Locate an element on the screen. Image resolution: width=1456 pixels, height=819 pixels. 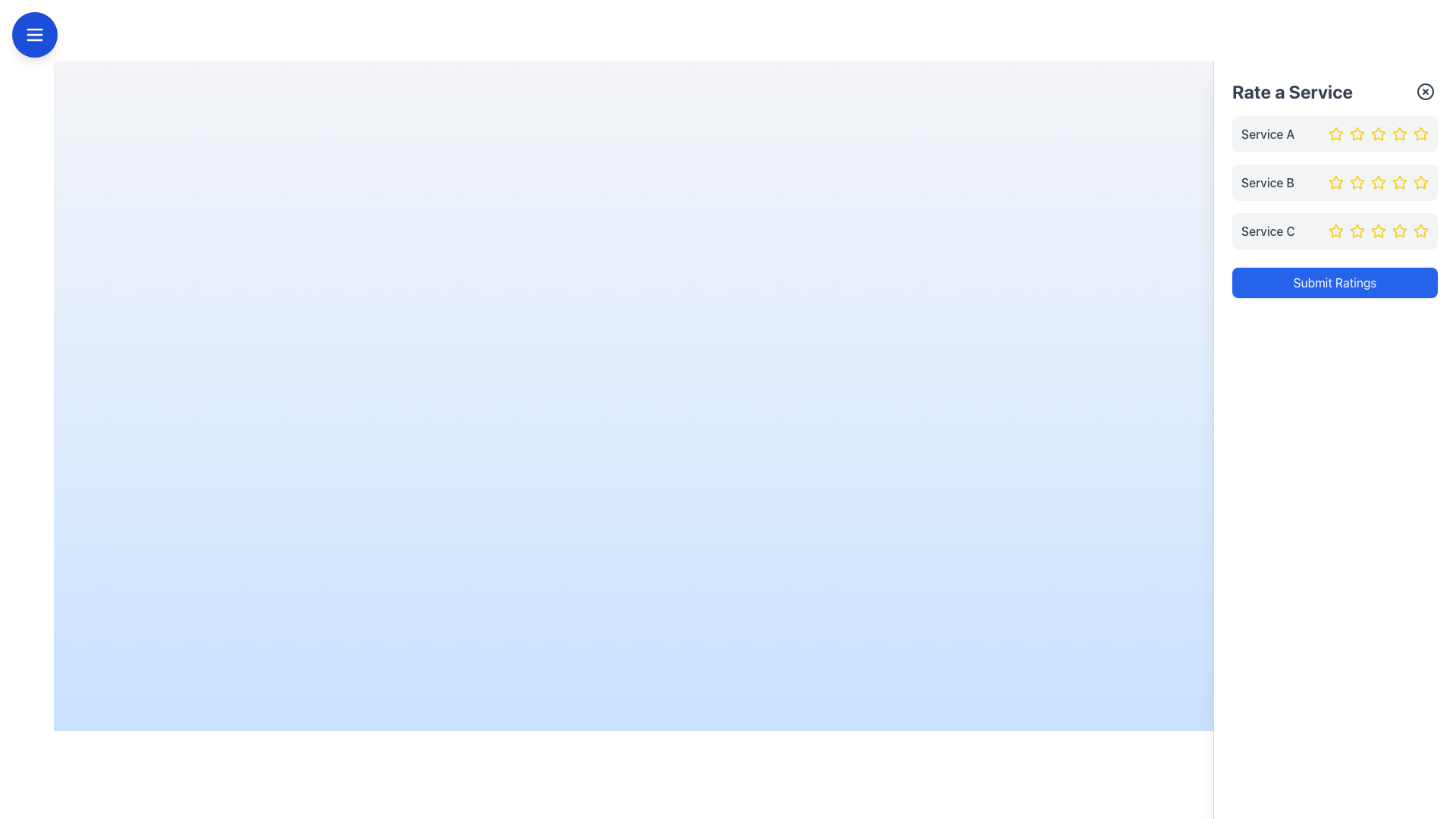
the second star in the interactive star rating icon for 'Service A' is located at coordinates (1357, 133).